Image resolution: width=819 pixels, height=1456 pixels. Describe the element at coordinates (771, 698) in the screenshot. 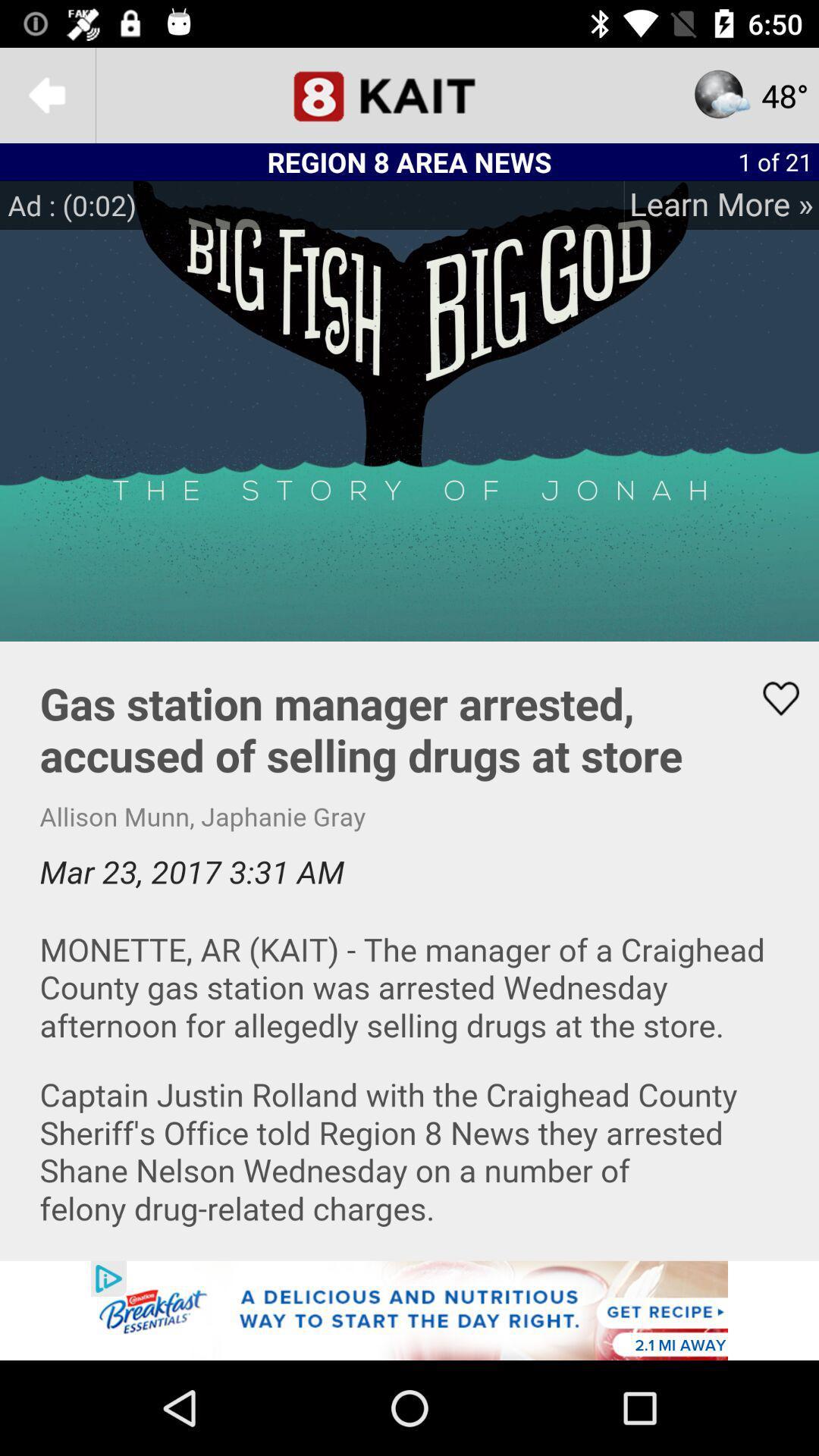

I see `like the article` at that location.